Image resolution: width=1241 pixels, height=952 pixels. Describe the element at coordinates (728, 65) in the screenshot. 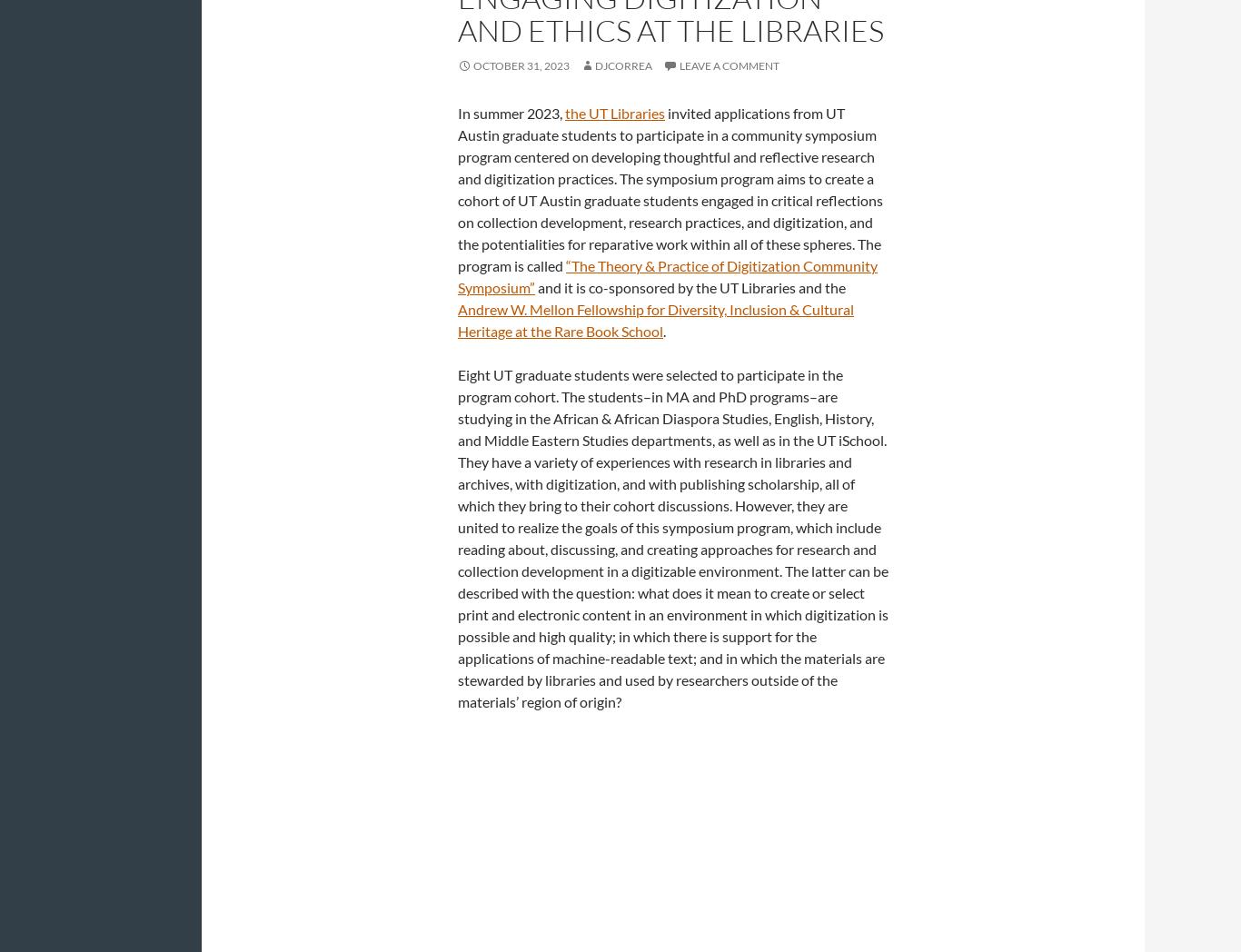

I see `'Leave a comment'` at that location.